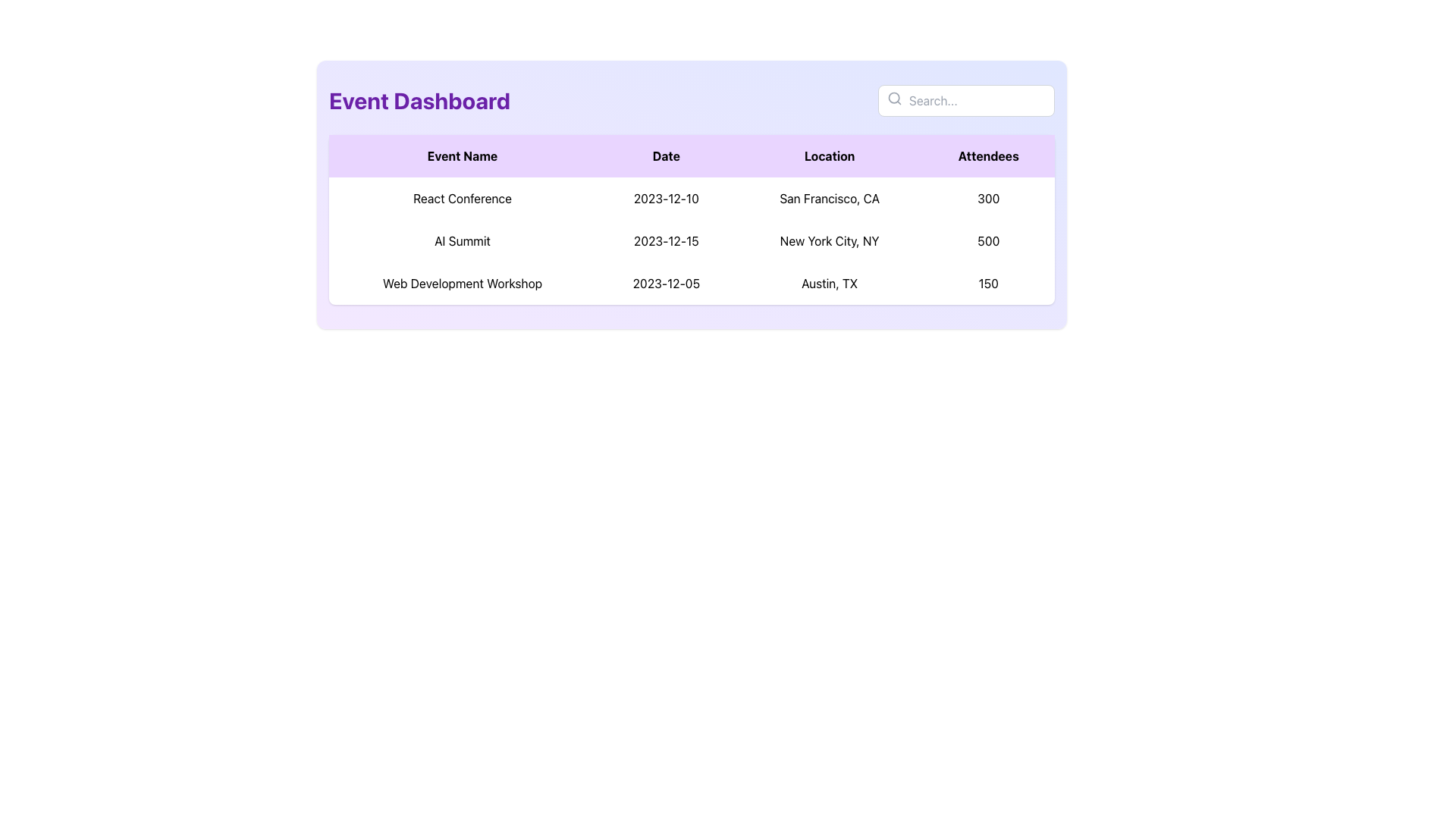 The width and height of the screenshot is (1456, 819). I want to click on the rows of the purple-themed table containing event information, so click(691, 219).